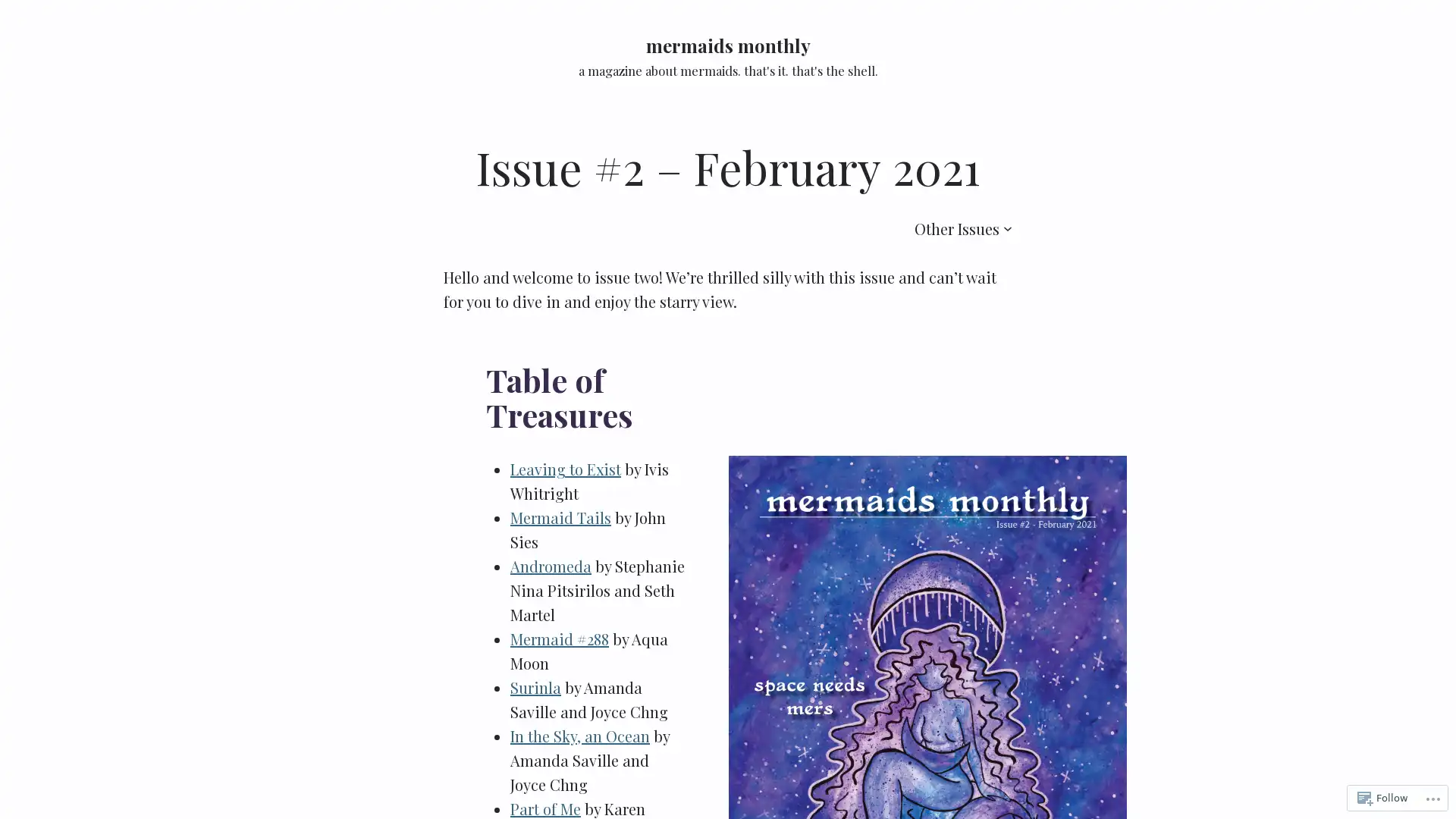  Describe the element at coordinates (1008, 227) in the screenshot. I see `Other Issues submenu` at that location.